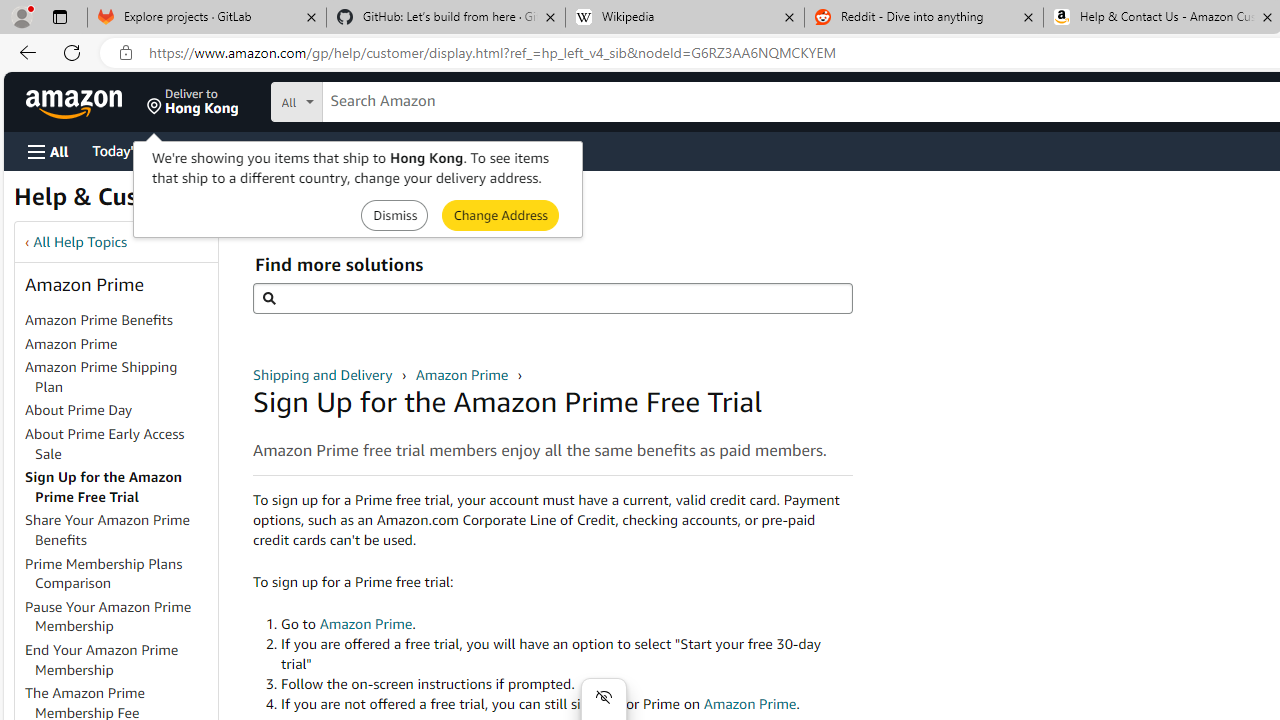 The image size is (1280, 720). What do you see at coordinates (119, 410) in the screenshot?
I see `'About Prime Day'` at bounding box center [119, 410].